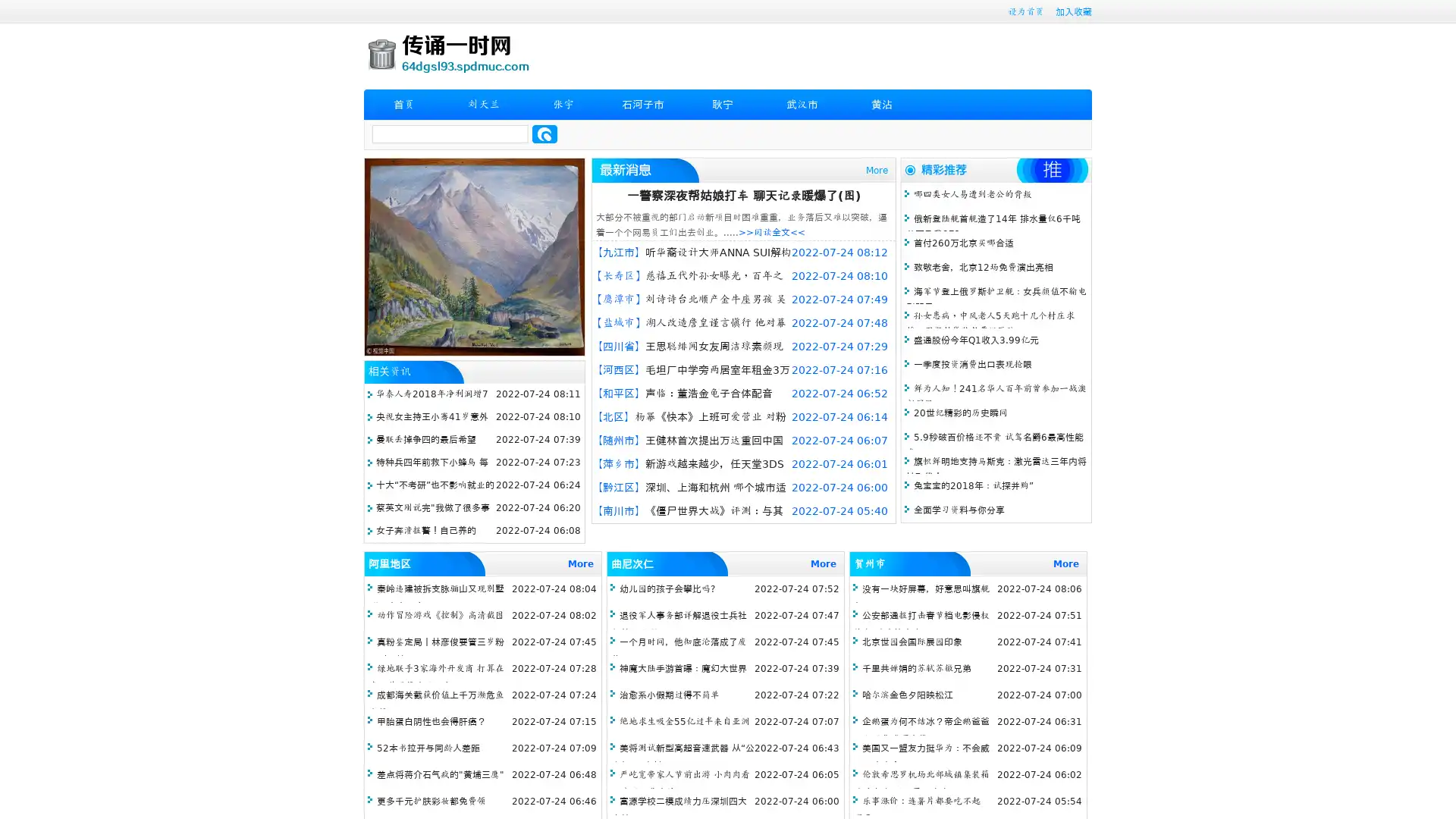 The image size is (1456, 819). I want to click on Search, so click(544, 133).